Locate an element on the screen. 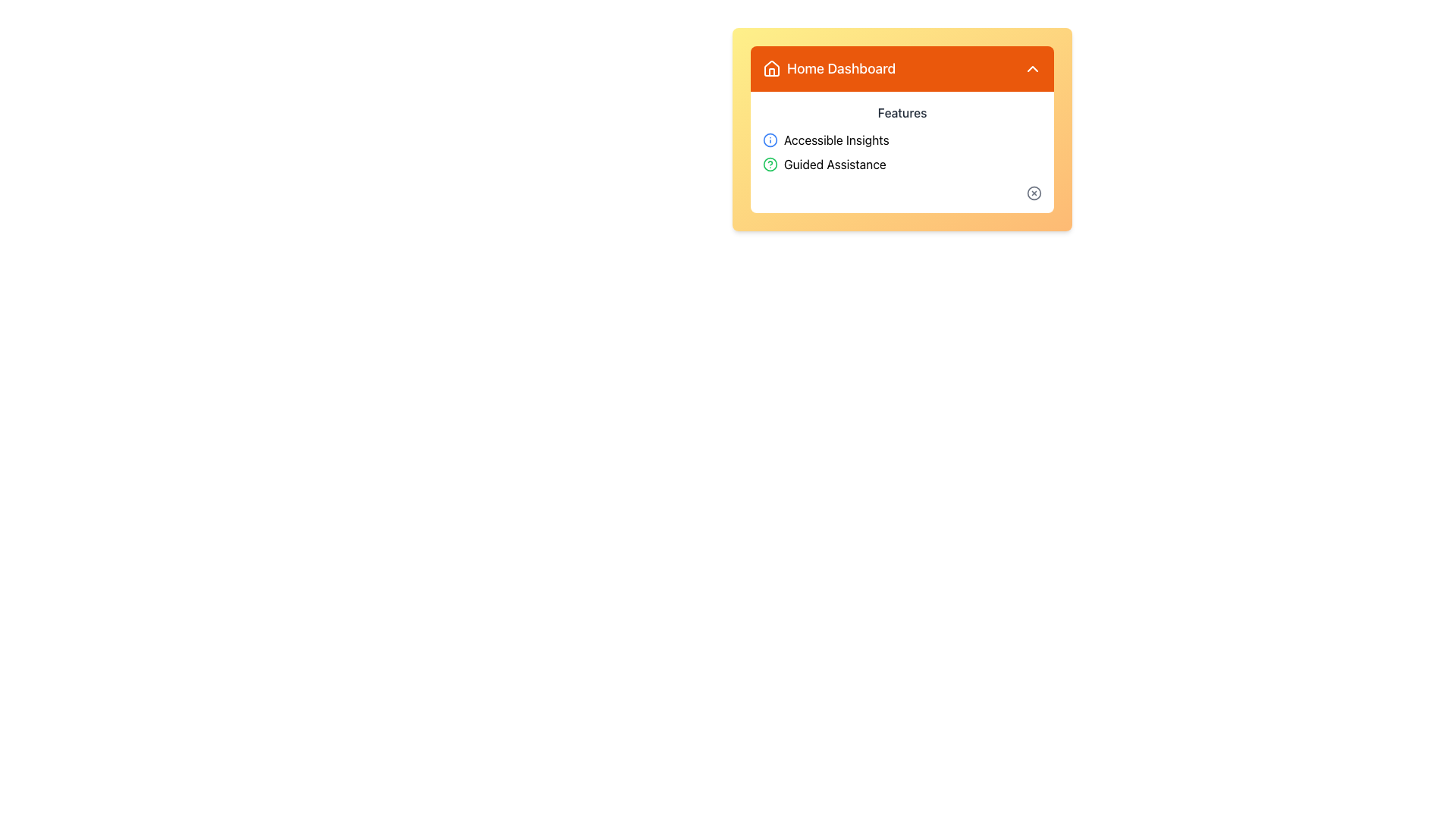 The height and width of the screenshot is (819, 1456). the 'Accessible Insights' text label located under the 'Features' section is located at coordinates (836, 140).